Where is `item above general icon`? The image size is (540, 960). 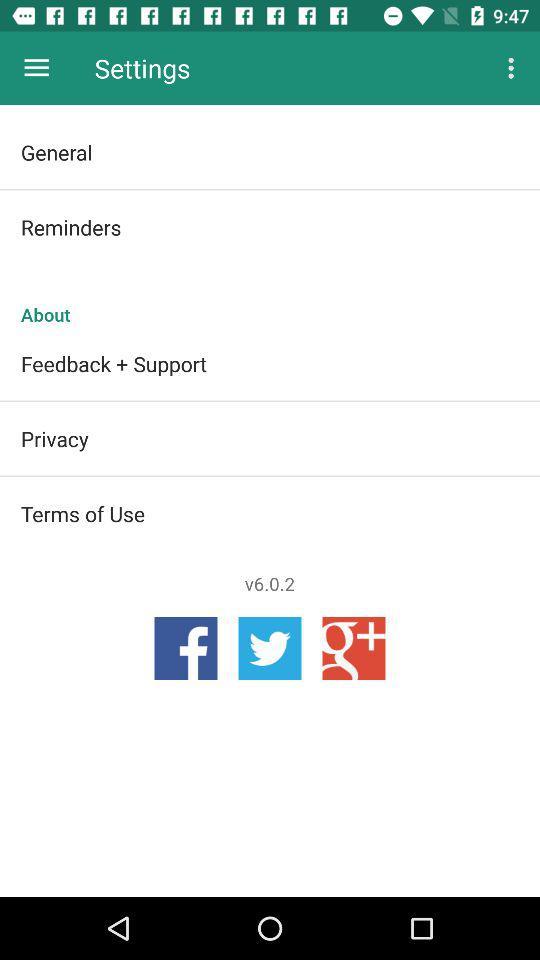
item above general icon is located at coordinates (513, 68).